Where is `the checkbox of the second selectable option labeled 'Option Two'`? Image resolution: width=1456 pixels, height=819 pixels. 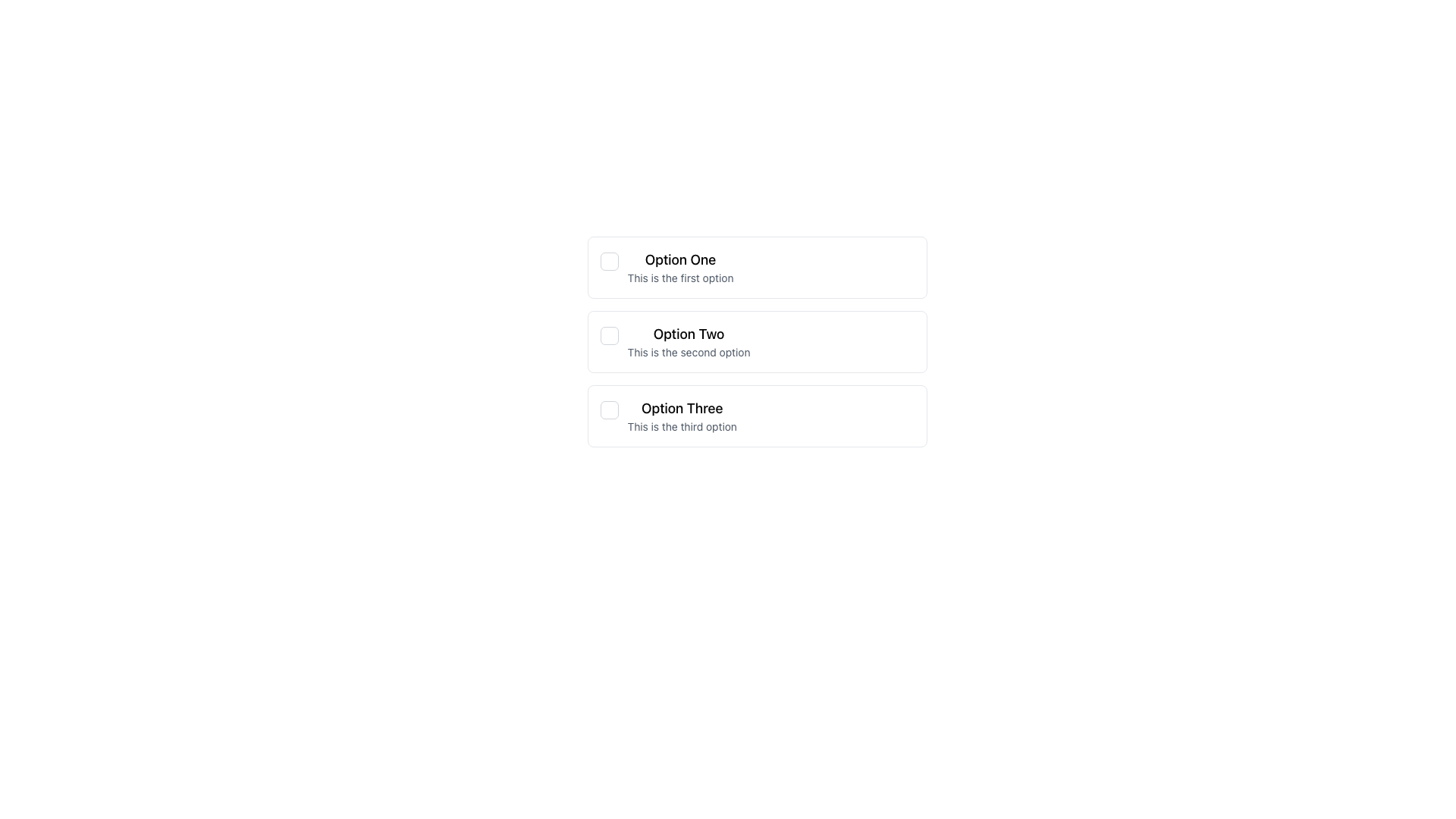
the checkbox of the second selectable option labeled 'Option Two' is located at coordinates (757, 342).